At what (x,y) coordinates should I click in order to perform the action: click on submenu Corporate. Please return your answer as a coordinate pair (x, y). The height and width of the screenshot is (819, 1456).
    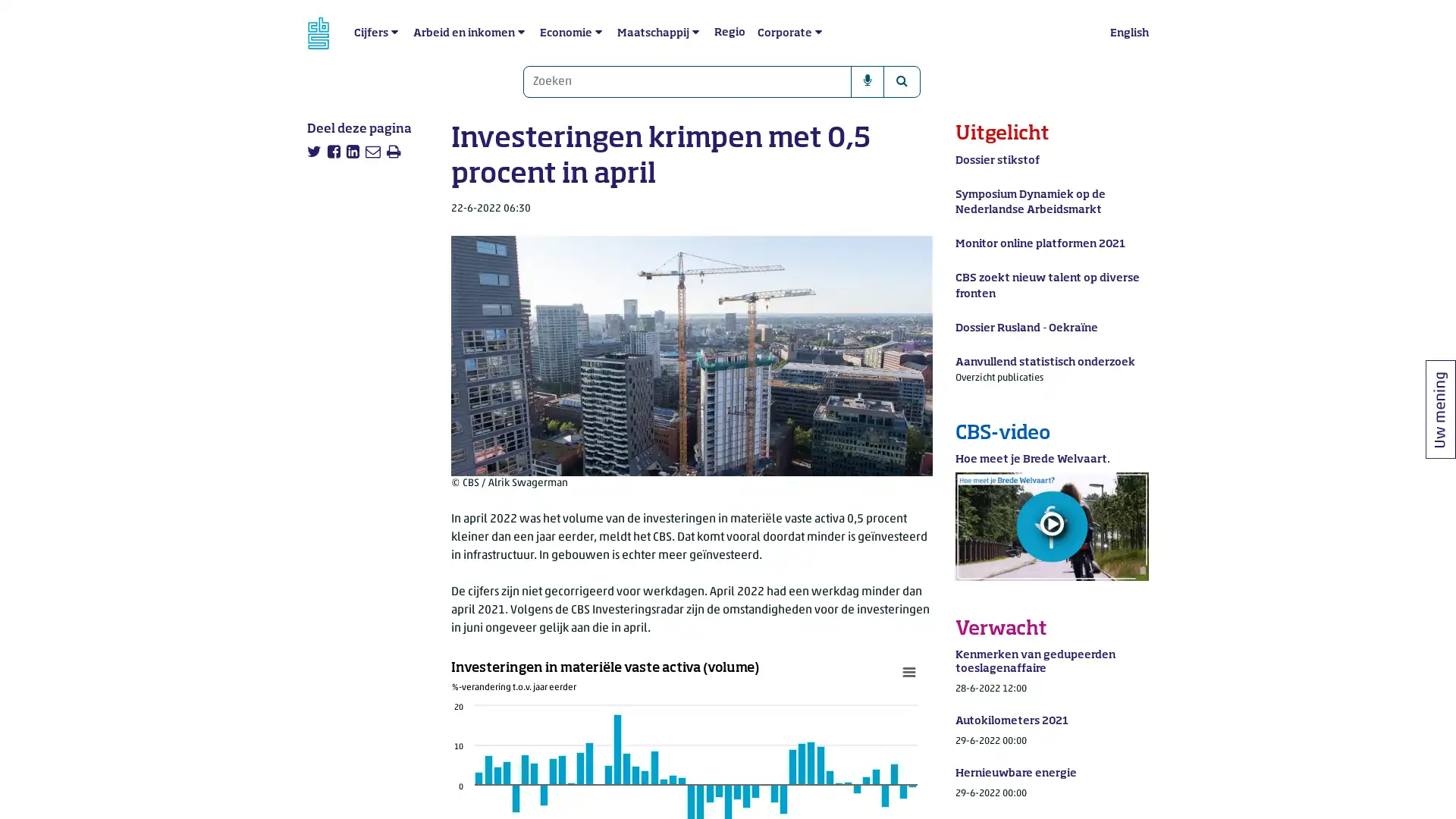
    Looking at the image, I should click on (817, 32).